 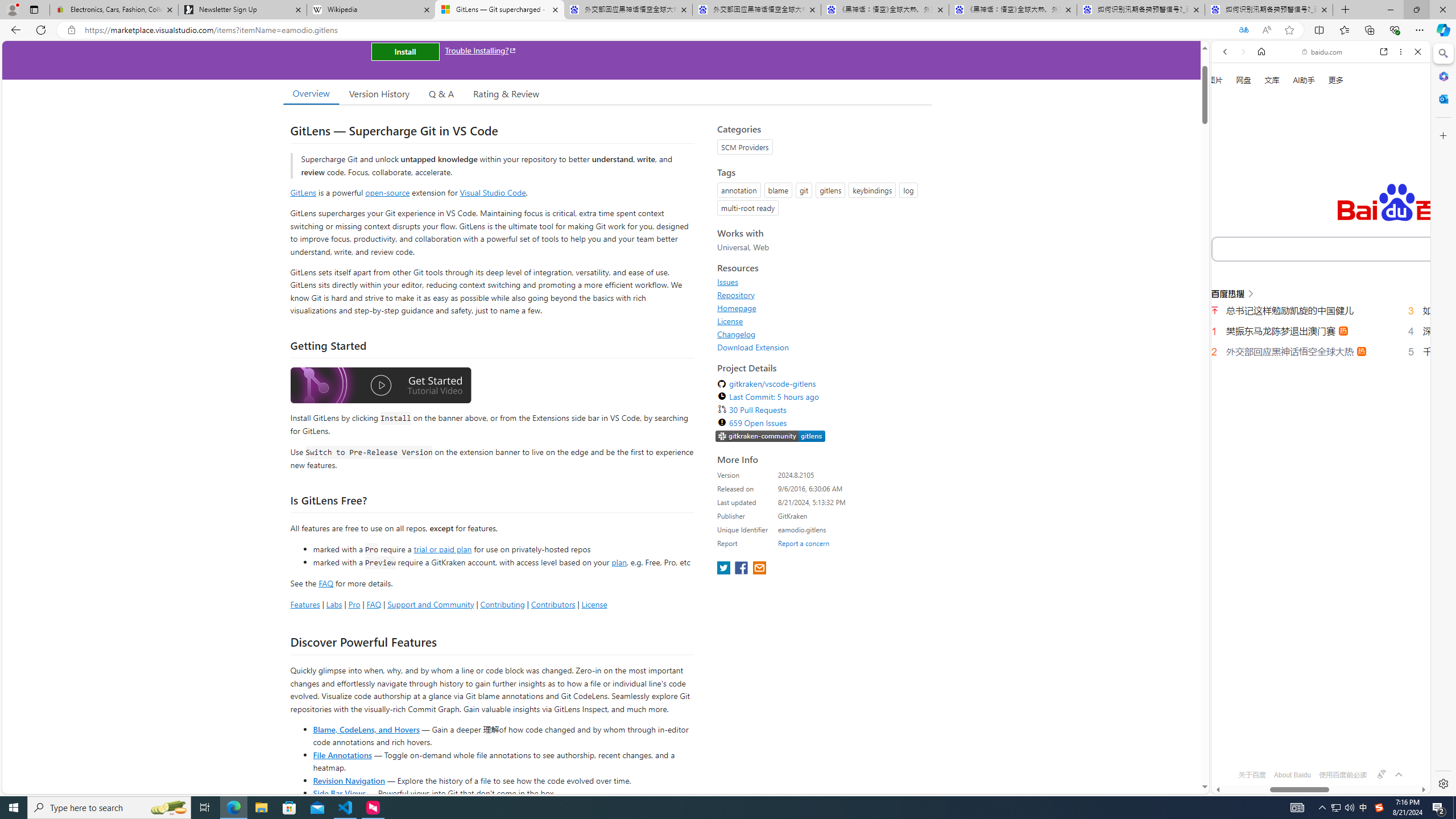 I want to click on 'Web scope', so click(x=1230, y=102).